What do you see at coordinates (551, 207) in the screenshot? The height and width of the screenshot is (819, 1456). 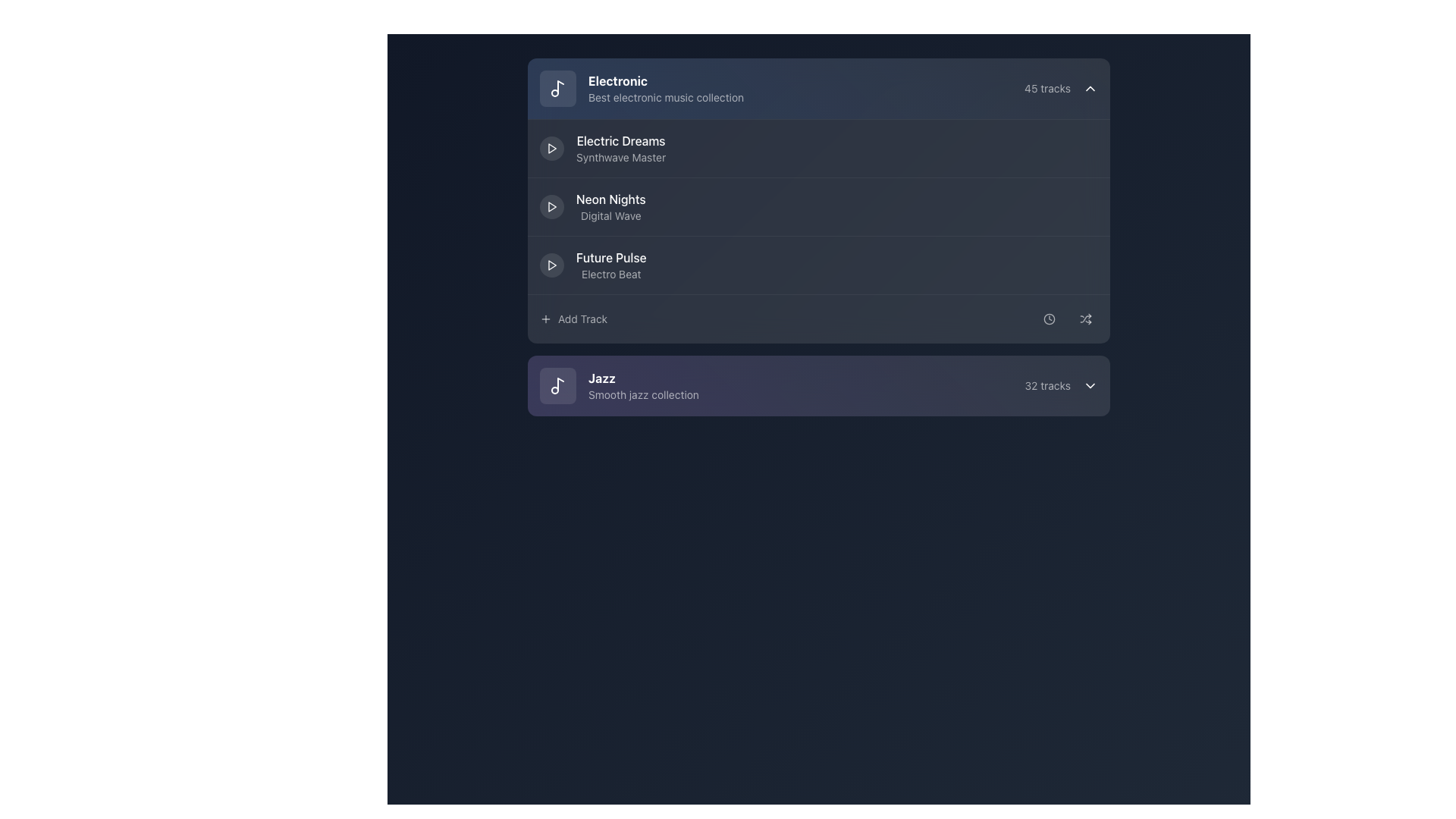 I see `the playback button for the media item labeled 'Neon Nights' to observe the visual hover effect` at bounding box center [551, 207].